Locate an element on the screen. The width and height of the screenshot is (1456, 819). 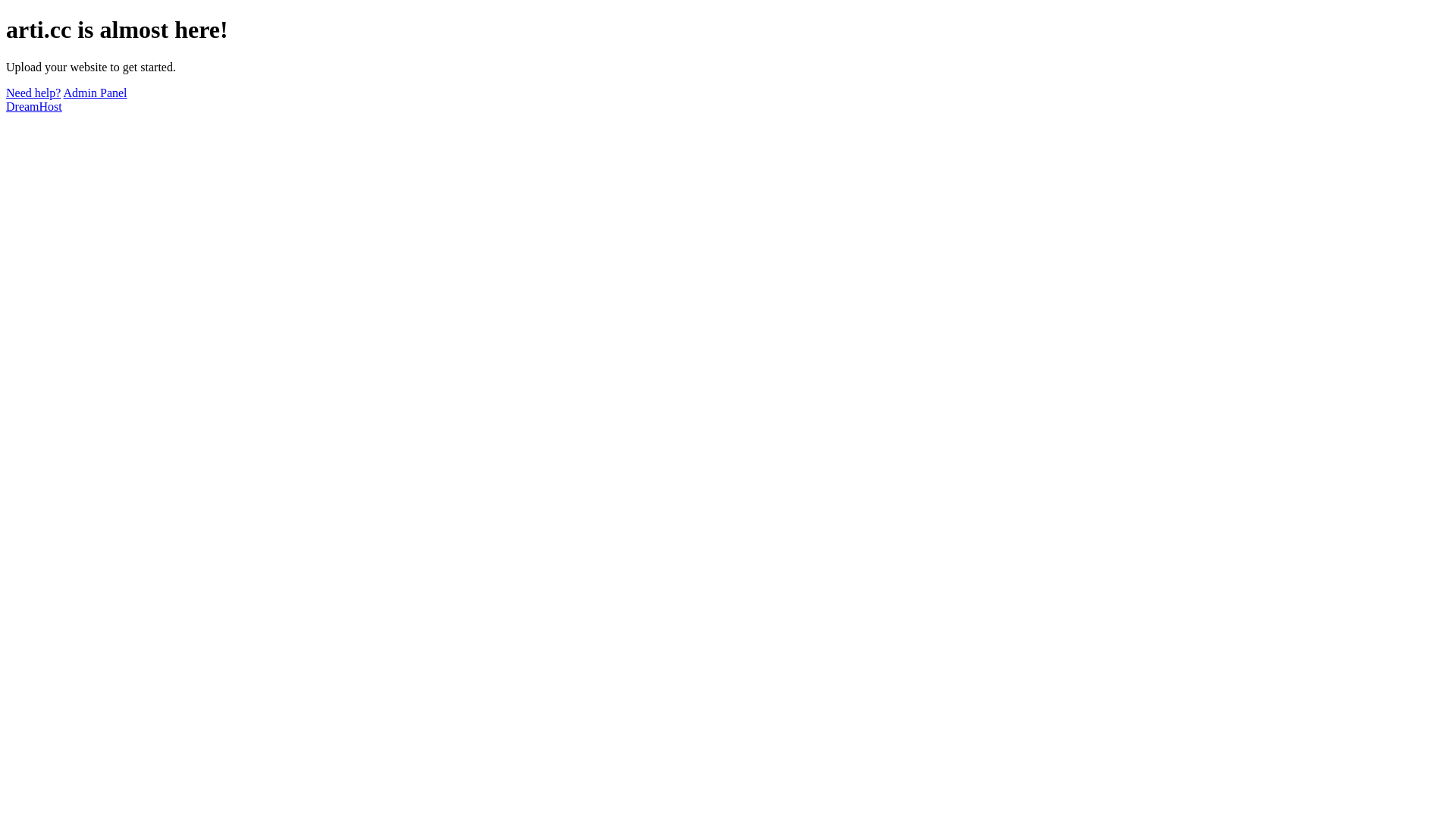
'Need help?' is located at coordinates (33, 93).